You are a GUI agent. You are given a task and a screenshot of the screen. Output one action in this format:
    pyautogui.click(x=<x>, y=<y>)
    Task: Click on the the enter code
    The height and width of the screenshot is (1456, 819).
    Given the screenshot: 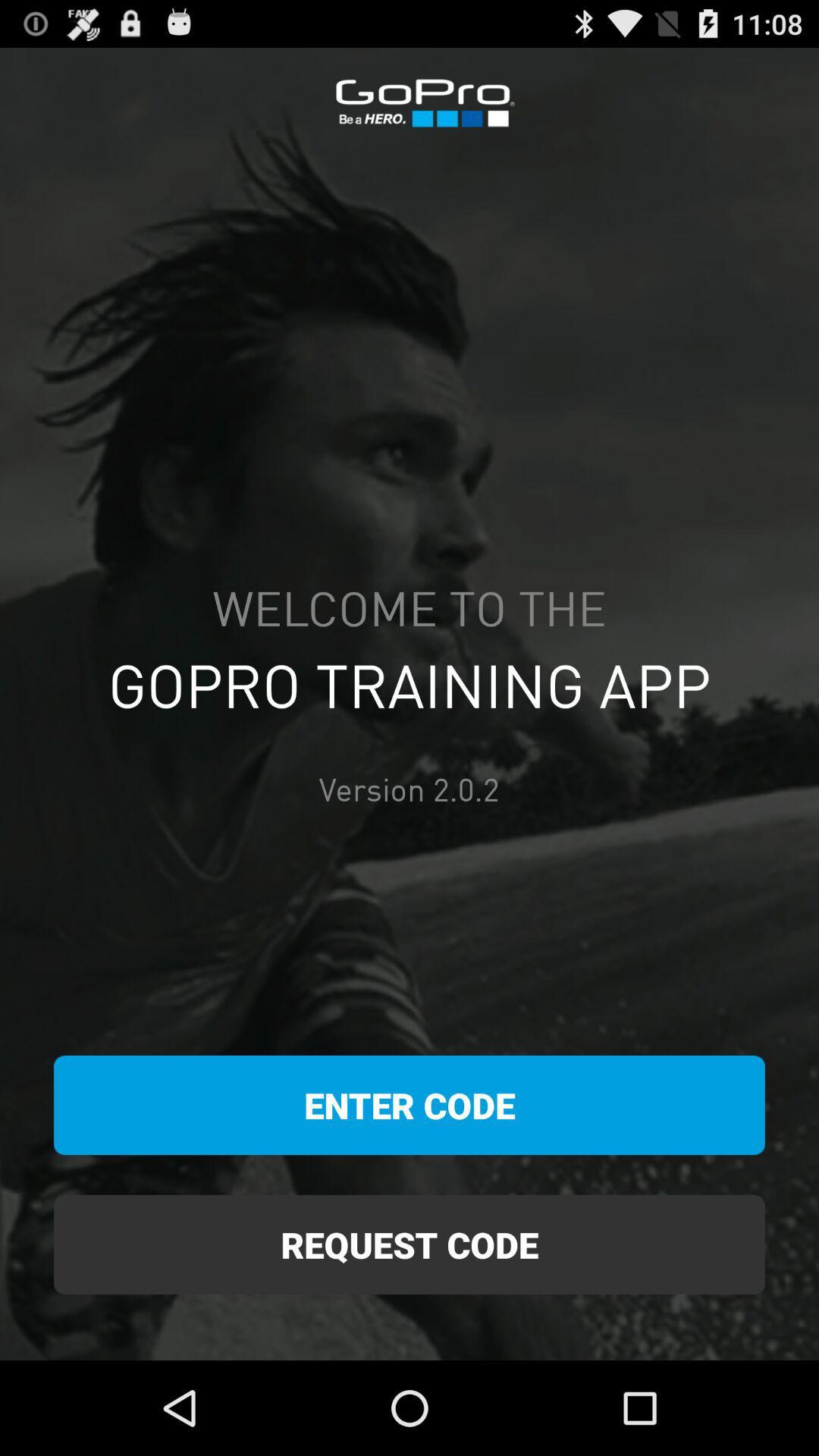 What is the action you would take?
    pyautogui.click(x=409, y=1105)
    